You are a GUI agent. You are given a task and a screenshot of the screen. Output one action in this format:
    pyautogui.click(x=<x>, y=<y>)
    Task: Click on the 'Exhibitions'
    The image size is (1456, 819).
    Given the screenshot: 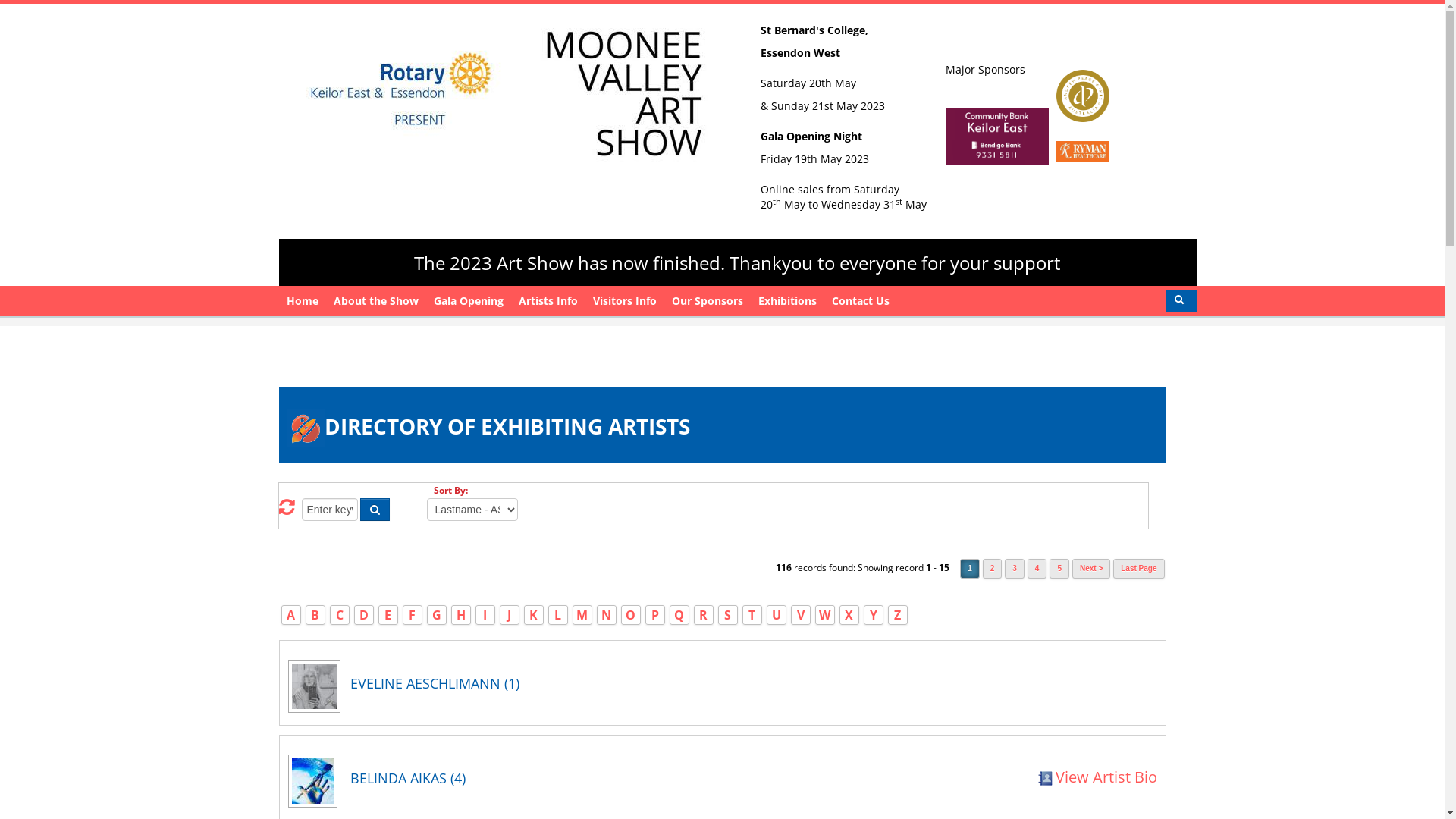 What is the action you would take?
    pyautogui.click(x=787, y=301)
    